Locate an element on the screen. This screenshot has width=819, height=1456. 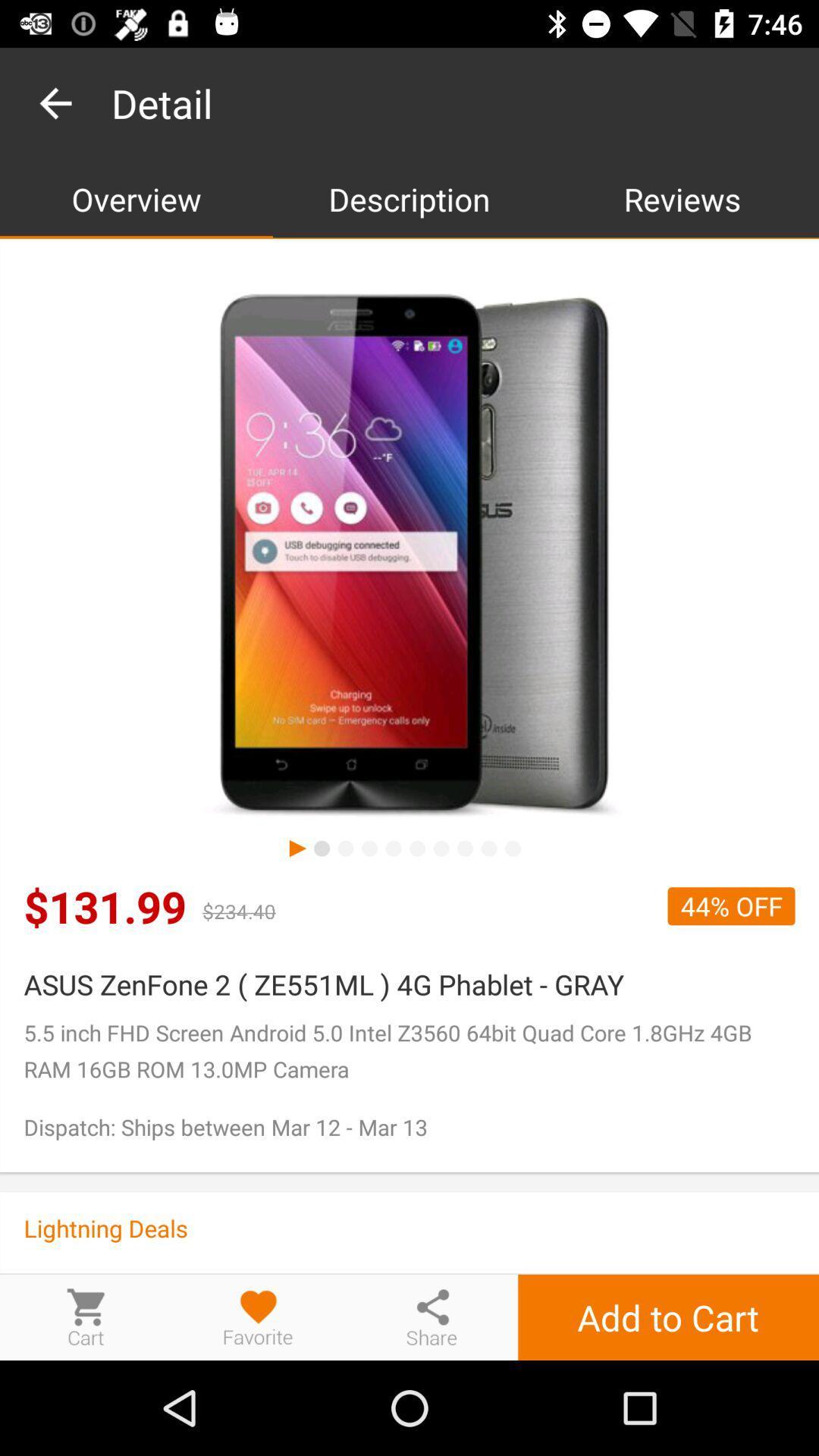
share the product is located at coordinates (431, 1316).